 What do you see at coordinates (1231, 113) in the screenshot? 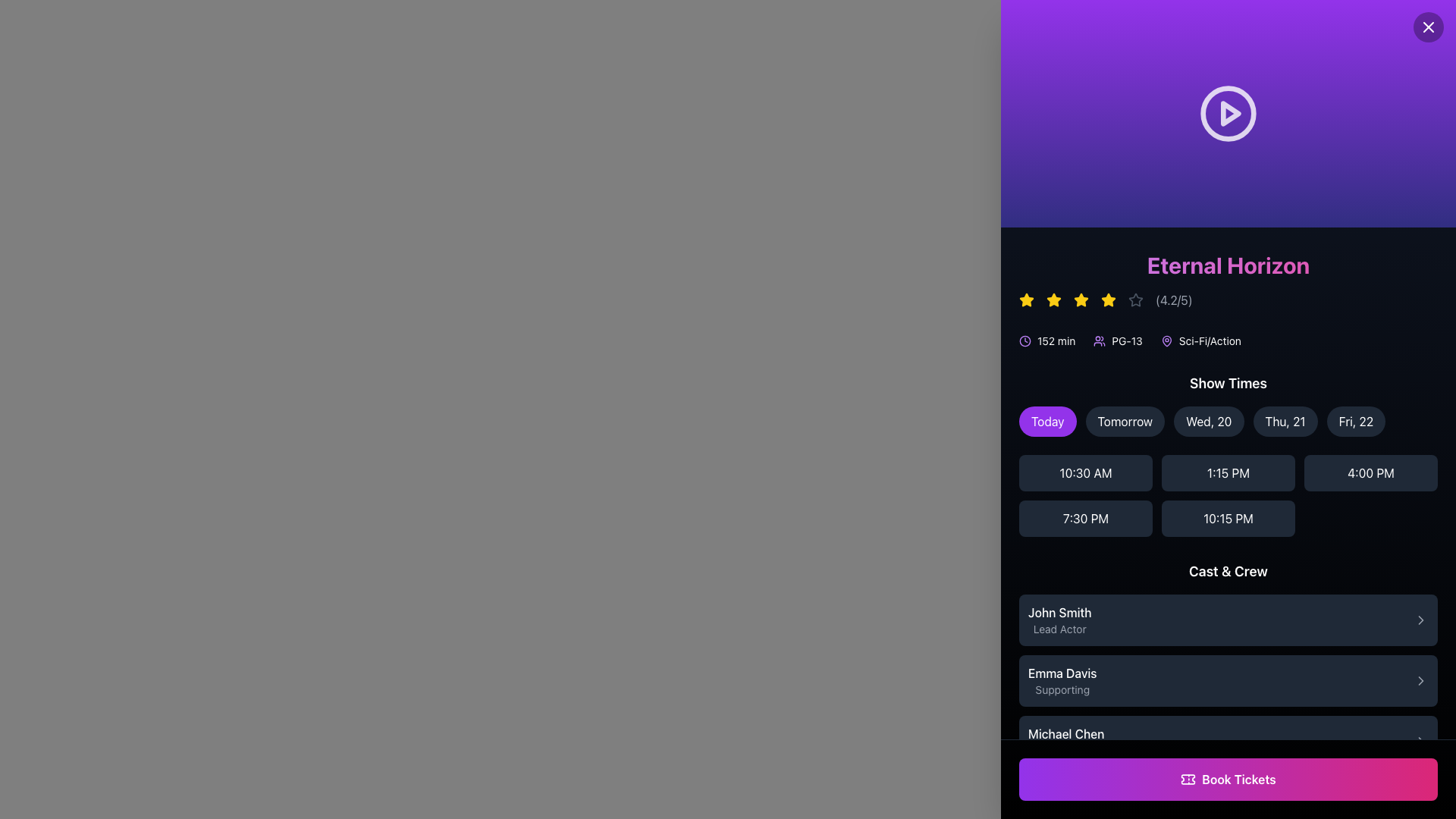
I see `the play icon located at the center of the circular play button above the 'Eternal Horizon' title` at bounding box center [1231, 113].